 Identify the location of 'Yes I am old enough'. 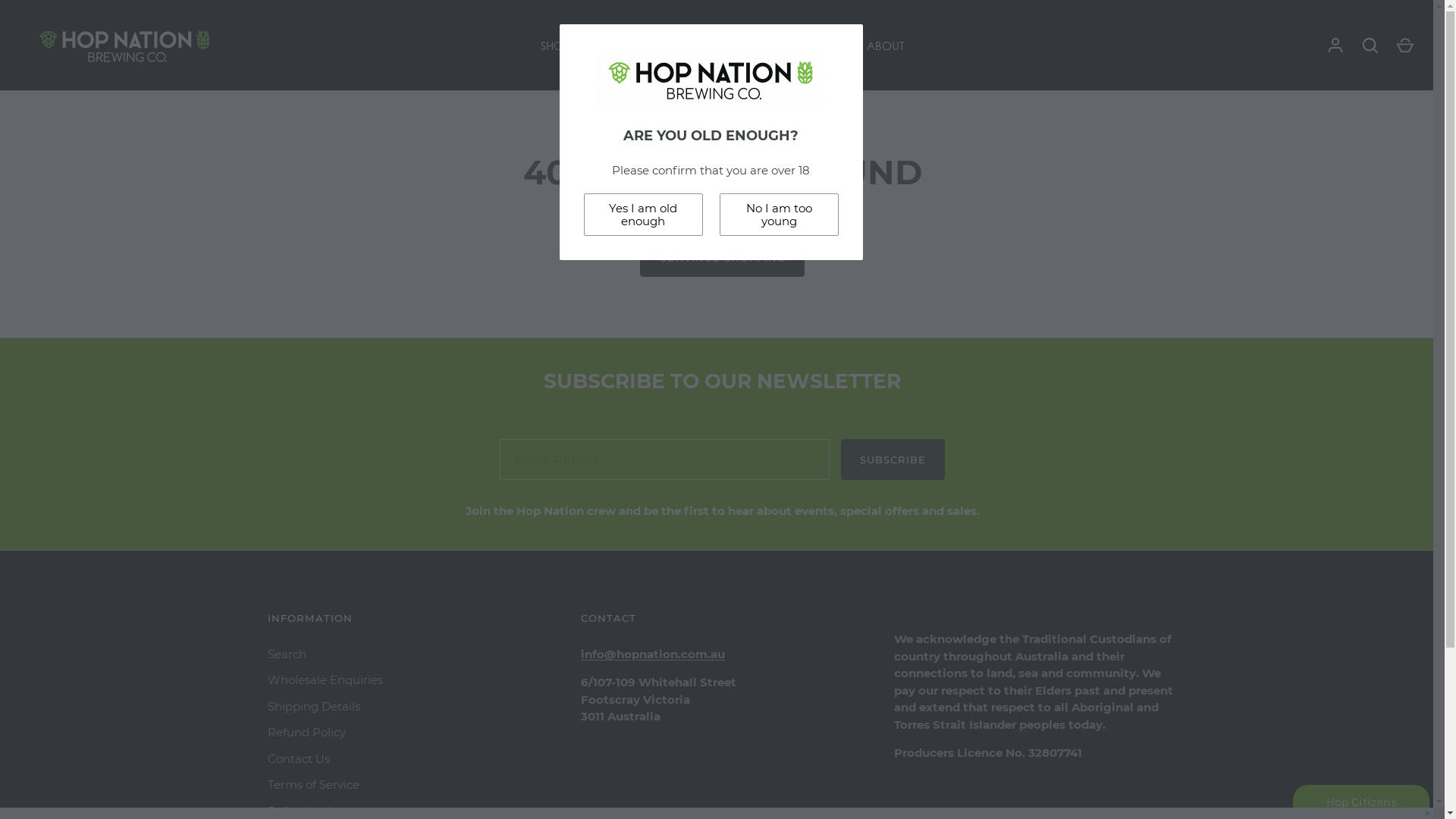
(643, 215).